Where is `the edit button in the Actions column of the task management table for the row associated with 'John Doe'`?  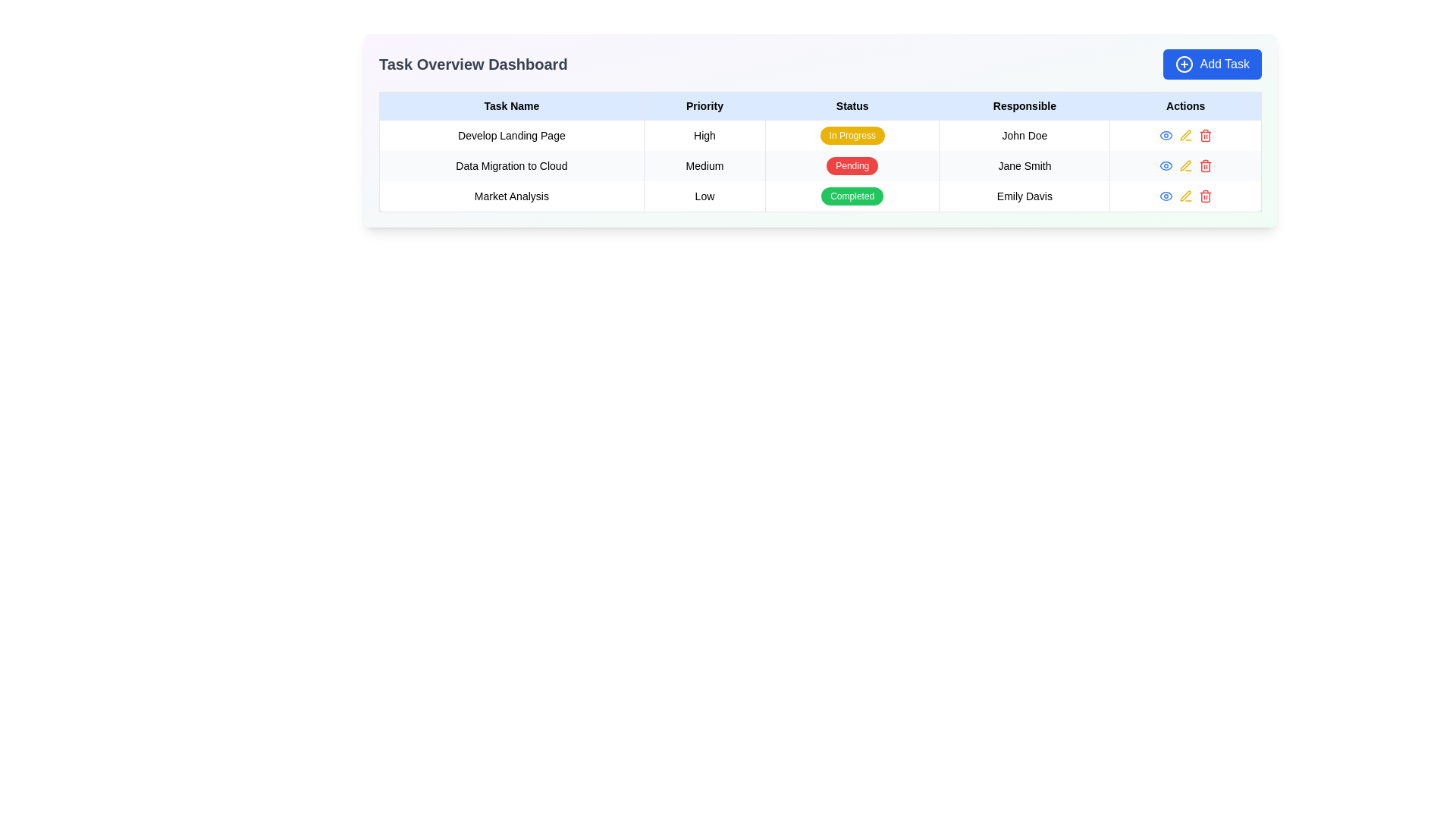
the edit button in the Actions column of the task management table for the row associated with 'John Doe' is located at coordinates (1185, 134).